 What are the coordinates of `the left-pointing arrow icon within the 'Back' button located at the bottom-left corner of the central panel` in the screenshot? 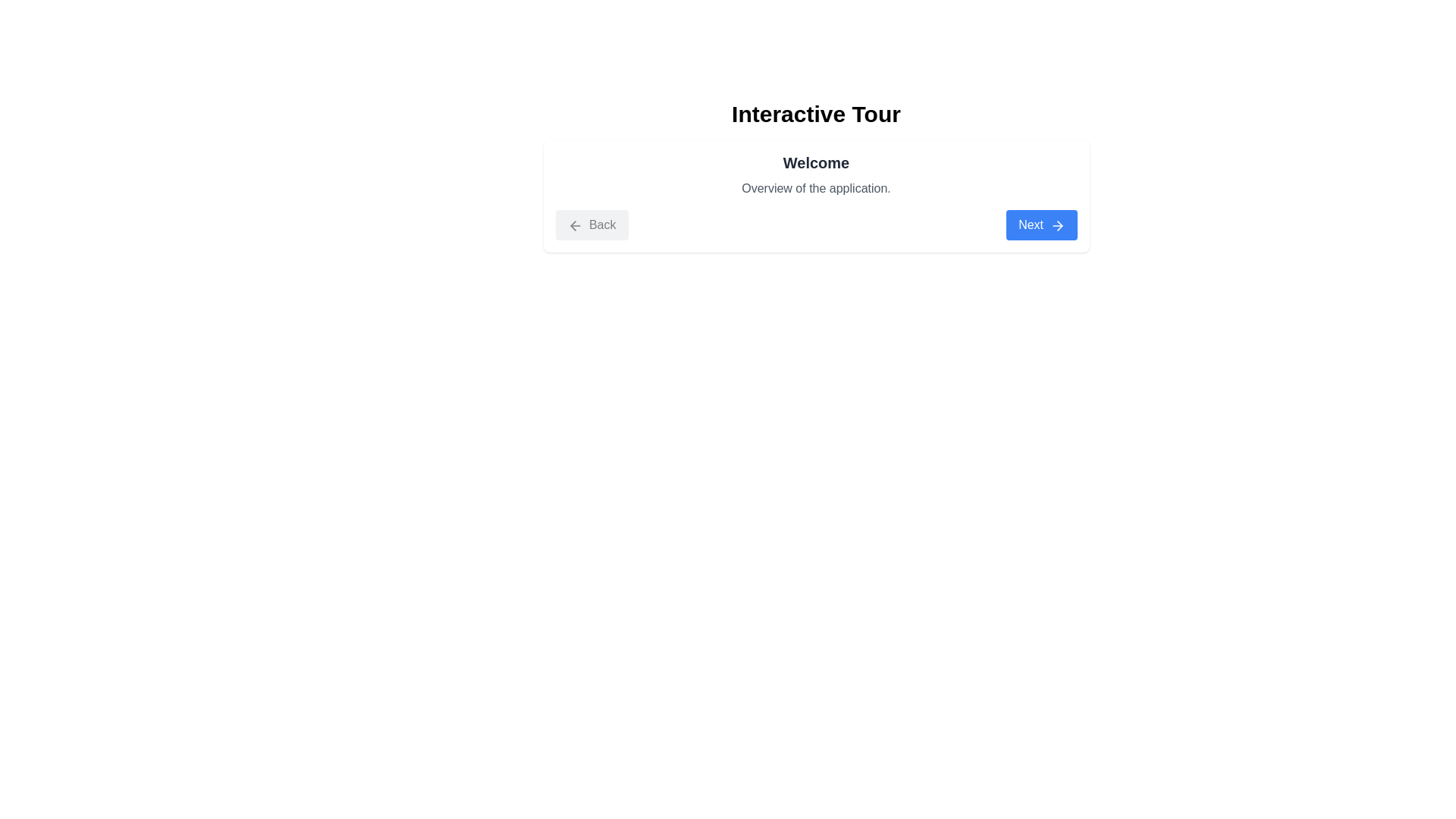 It's located at (574, 225).